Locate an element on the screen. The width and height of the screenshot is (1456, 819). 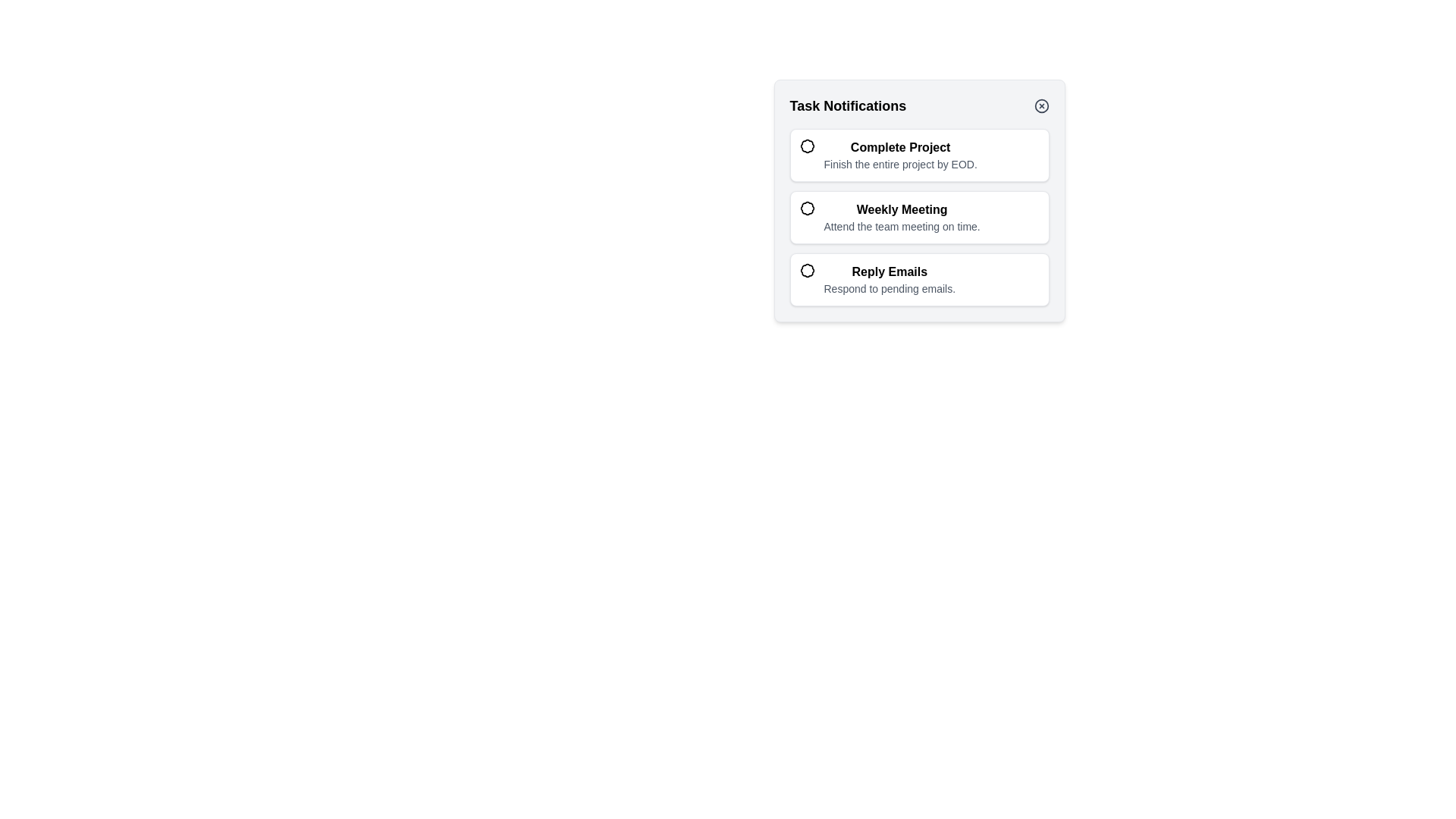
the high-priority badge icon located next to the 'Reply Emails' task in the vertical list of notifications is located at coordinates (806, 270).